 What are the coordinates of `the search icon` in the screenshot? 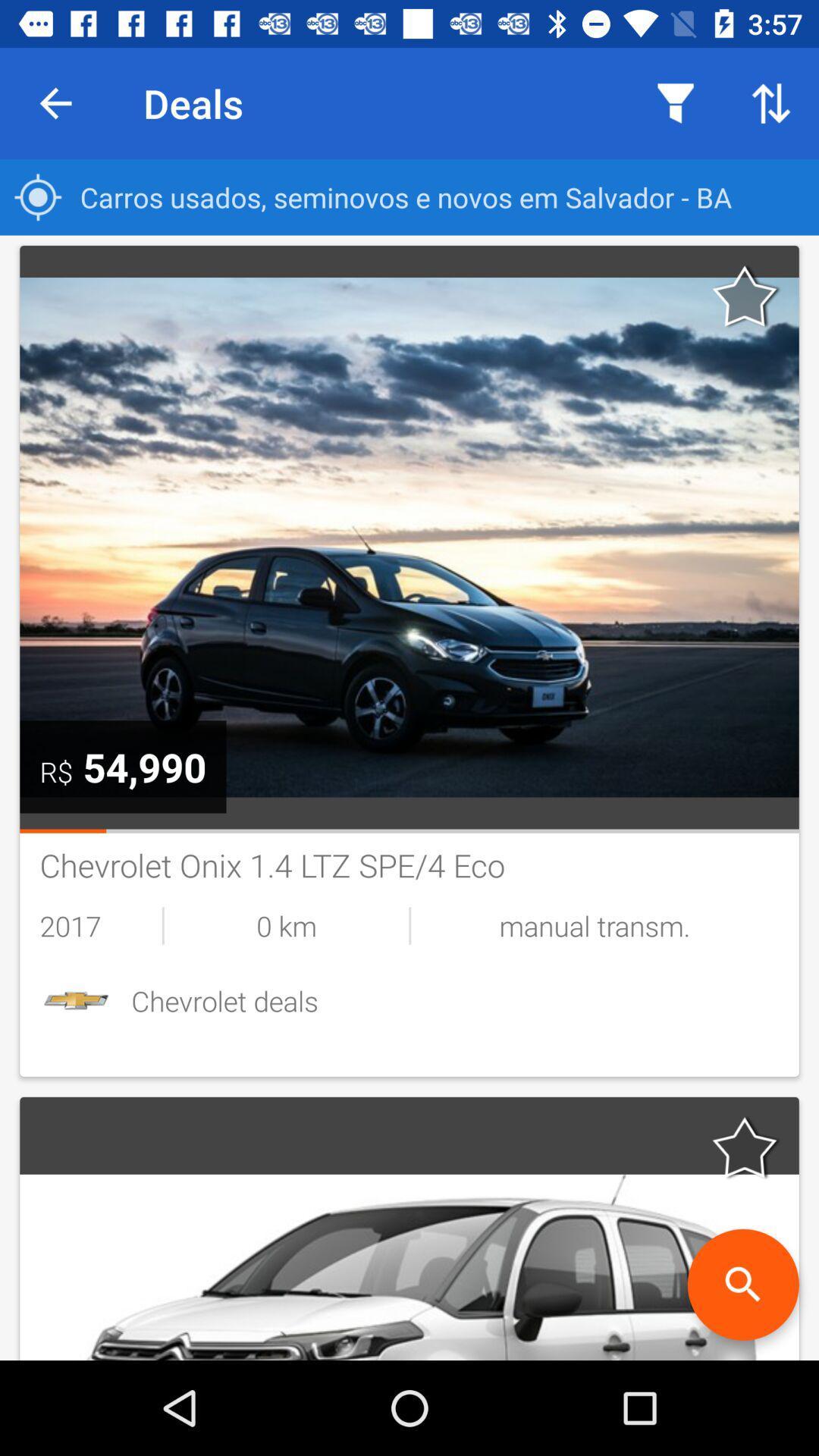 It's located at (742, 1284).